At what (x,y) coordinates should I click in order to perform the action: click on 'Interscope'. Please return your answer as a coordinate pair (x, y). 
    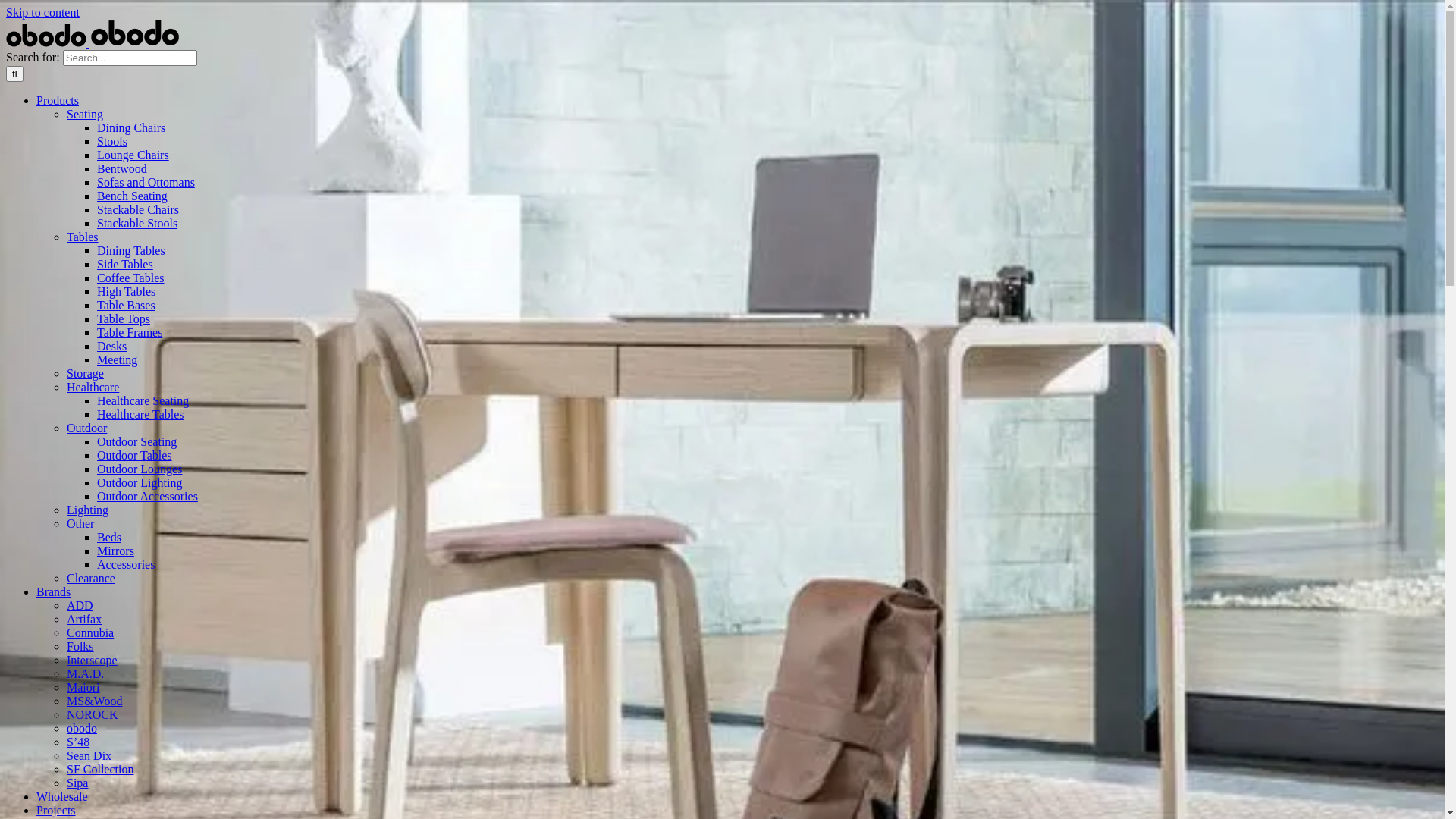
    Looking at the image, I should click on (65, 659).